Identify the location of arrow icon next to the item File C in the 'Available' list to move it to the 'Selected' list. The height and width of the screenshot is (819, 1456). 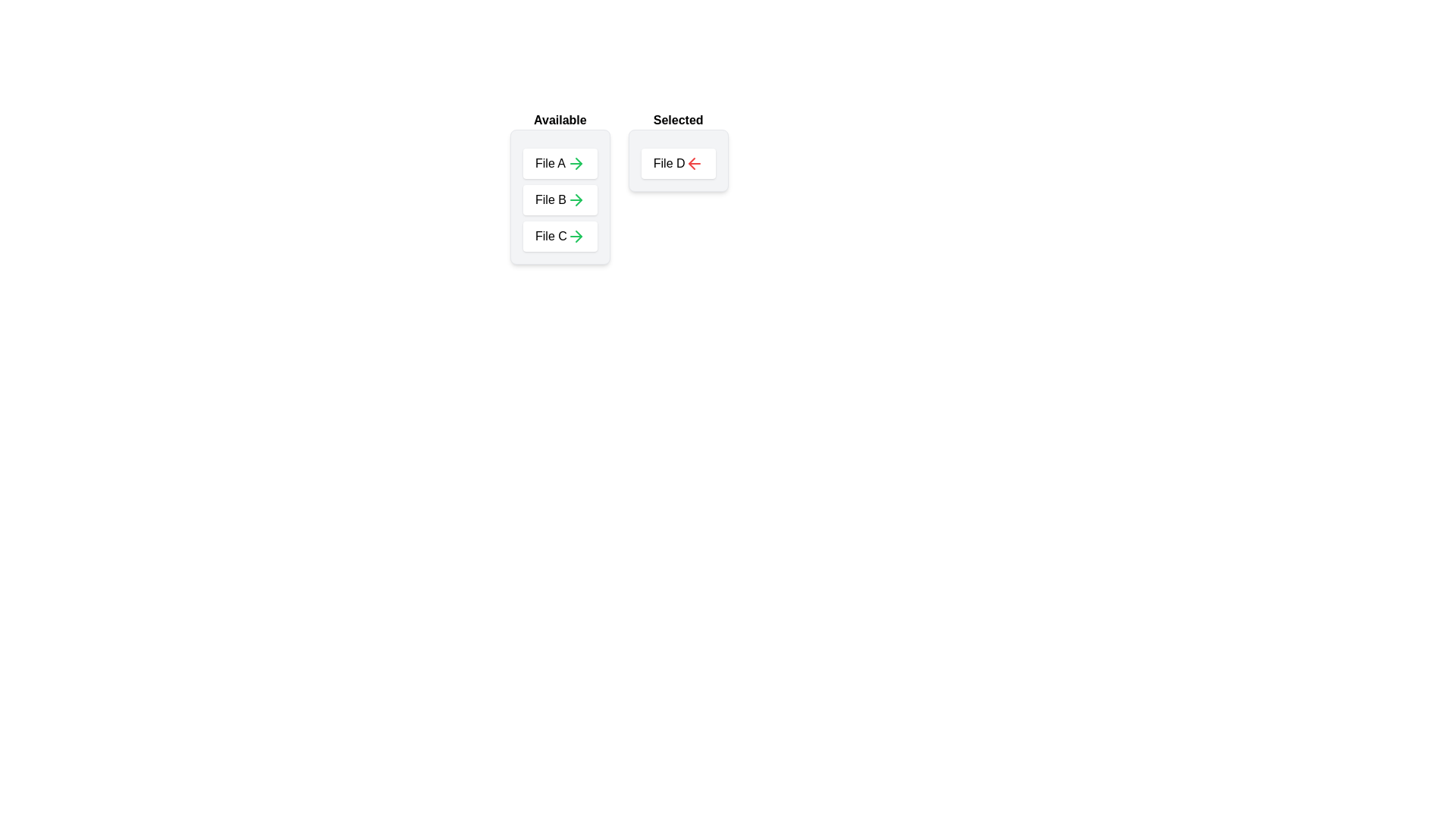
(575, 237).